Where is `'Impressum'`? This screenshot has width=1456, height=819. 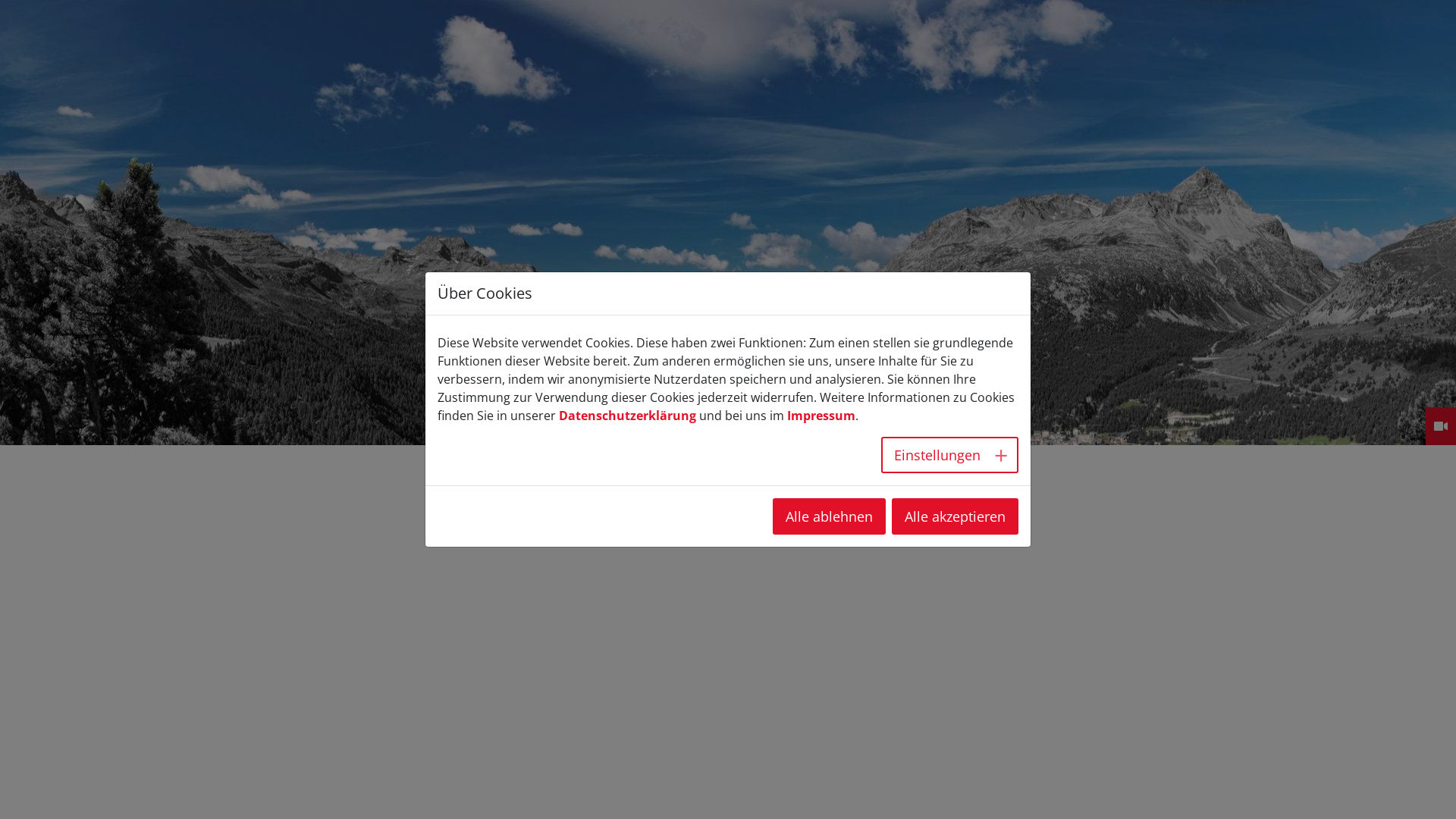
'Impressum' is located at coordinates (786, 415).